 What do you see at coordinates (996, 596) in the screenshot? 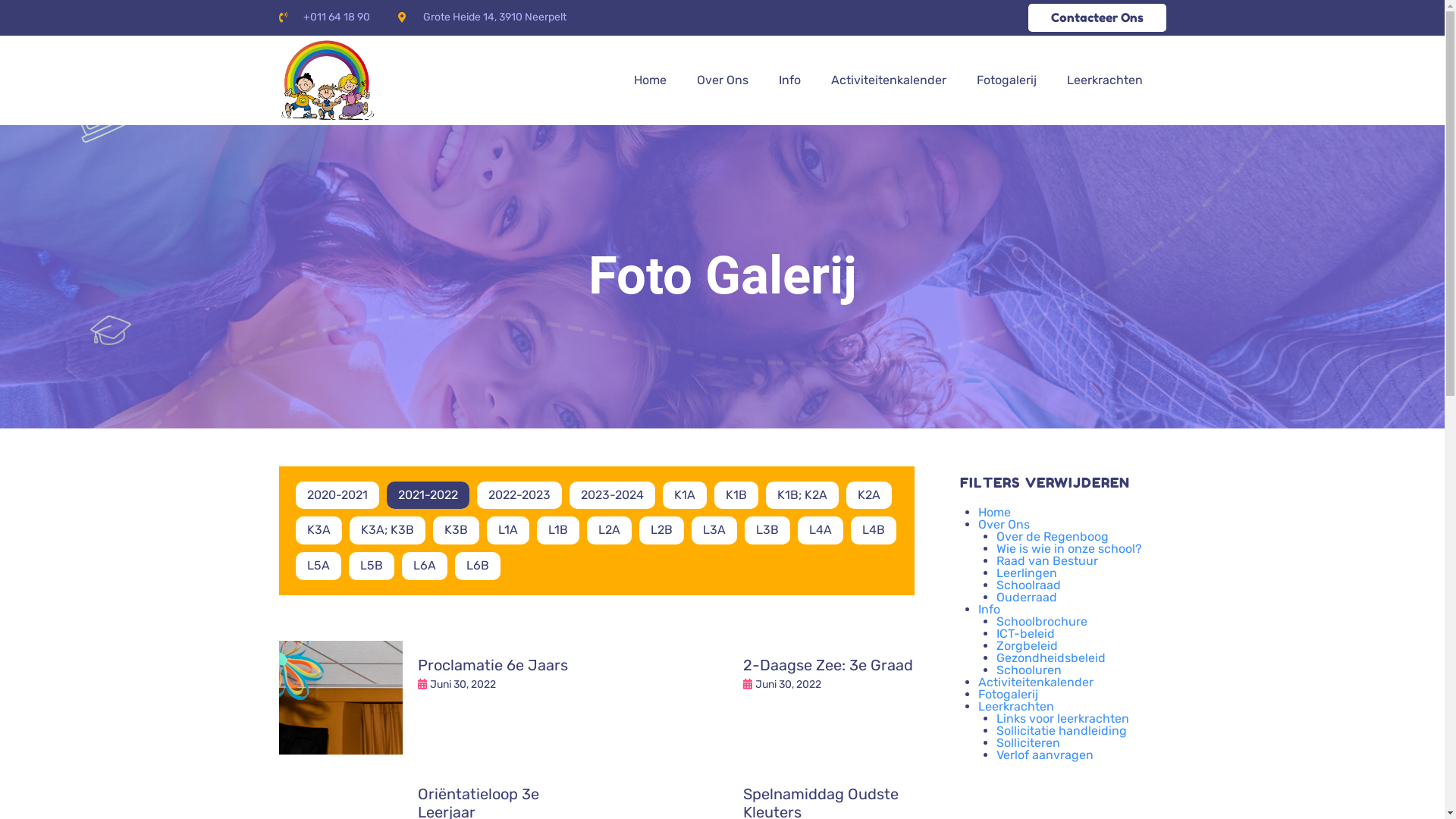
I see `'Ouderraad'` at bounding box center [996, 596].